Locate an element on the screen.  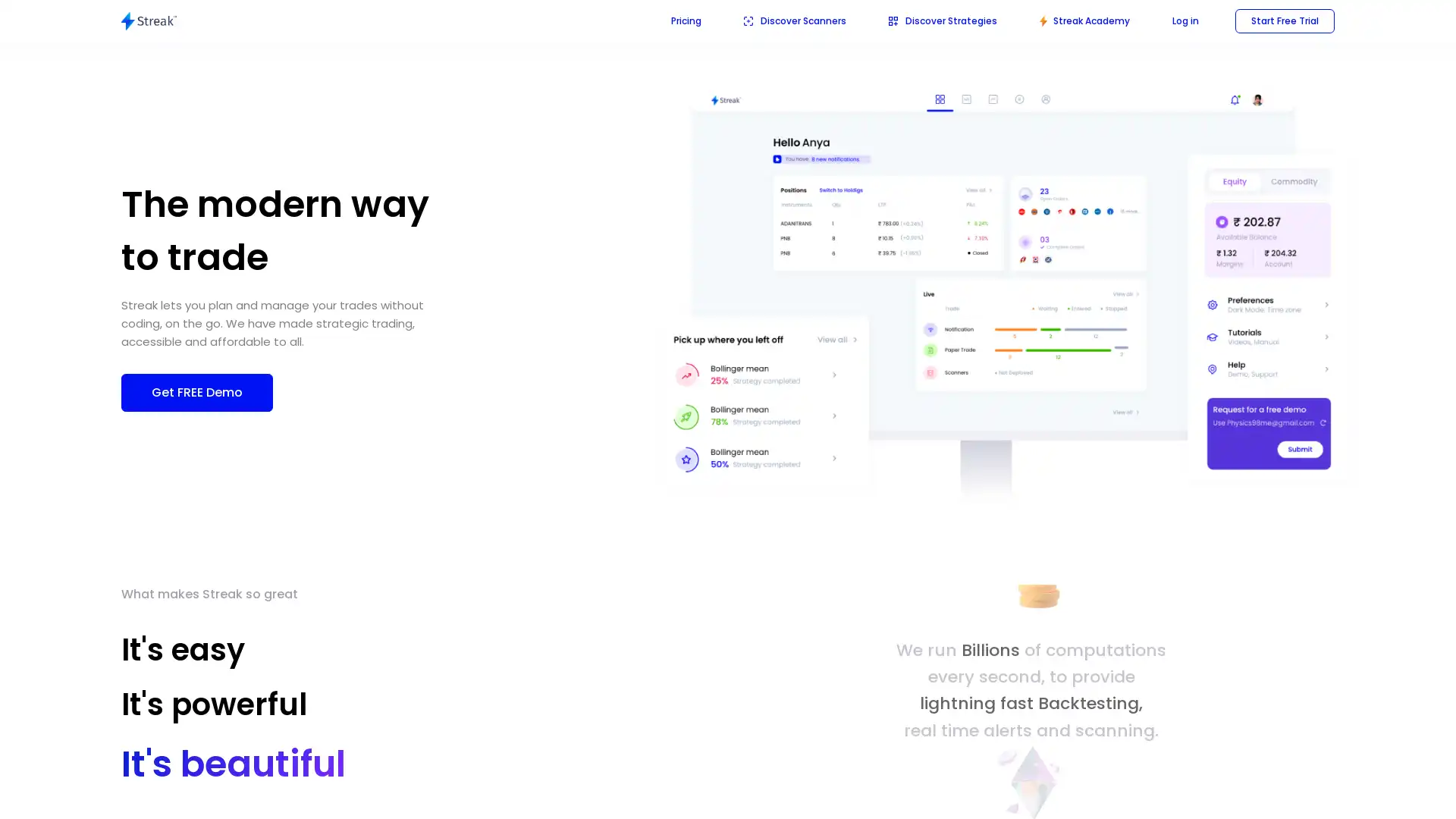
It's easy is located at coordinates (182, 648).